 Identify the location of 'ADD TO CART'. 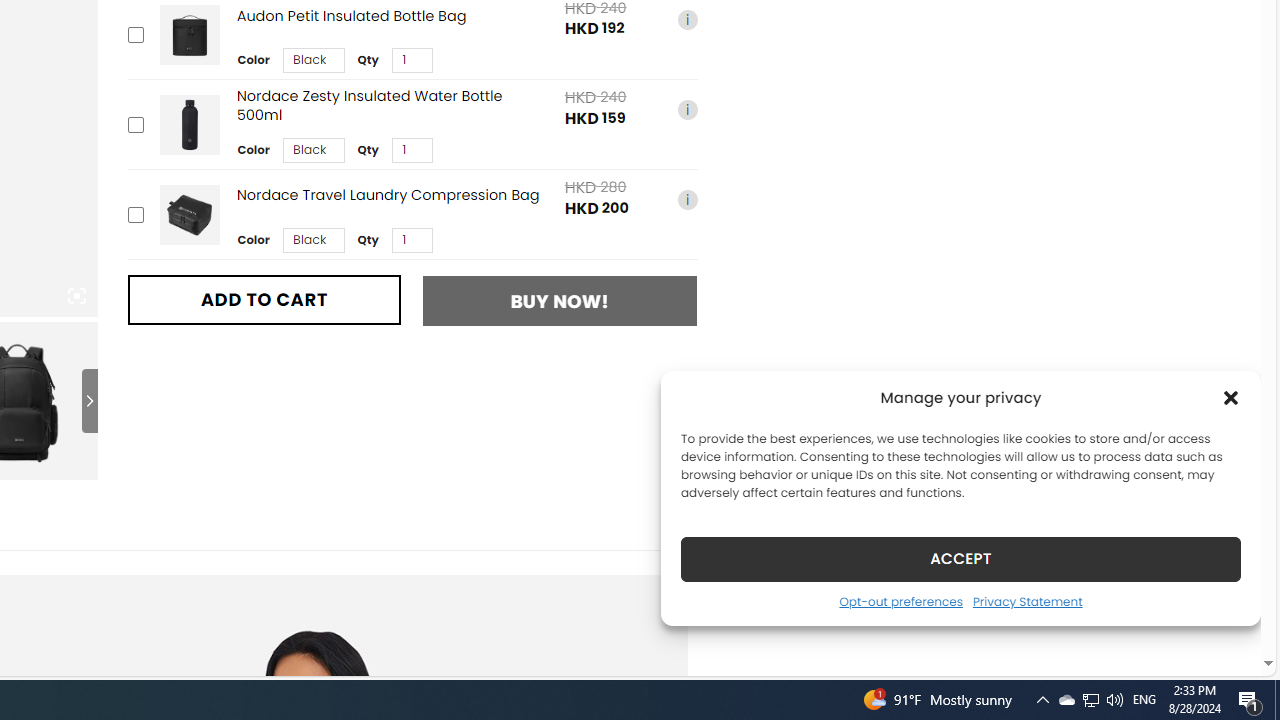
(263, 299).